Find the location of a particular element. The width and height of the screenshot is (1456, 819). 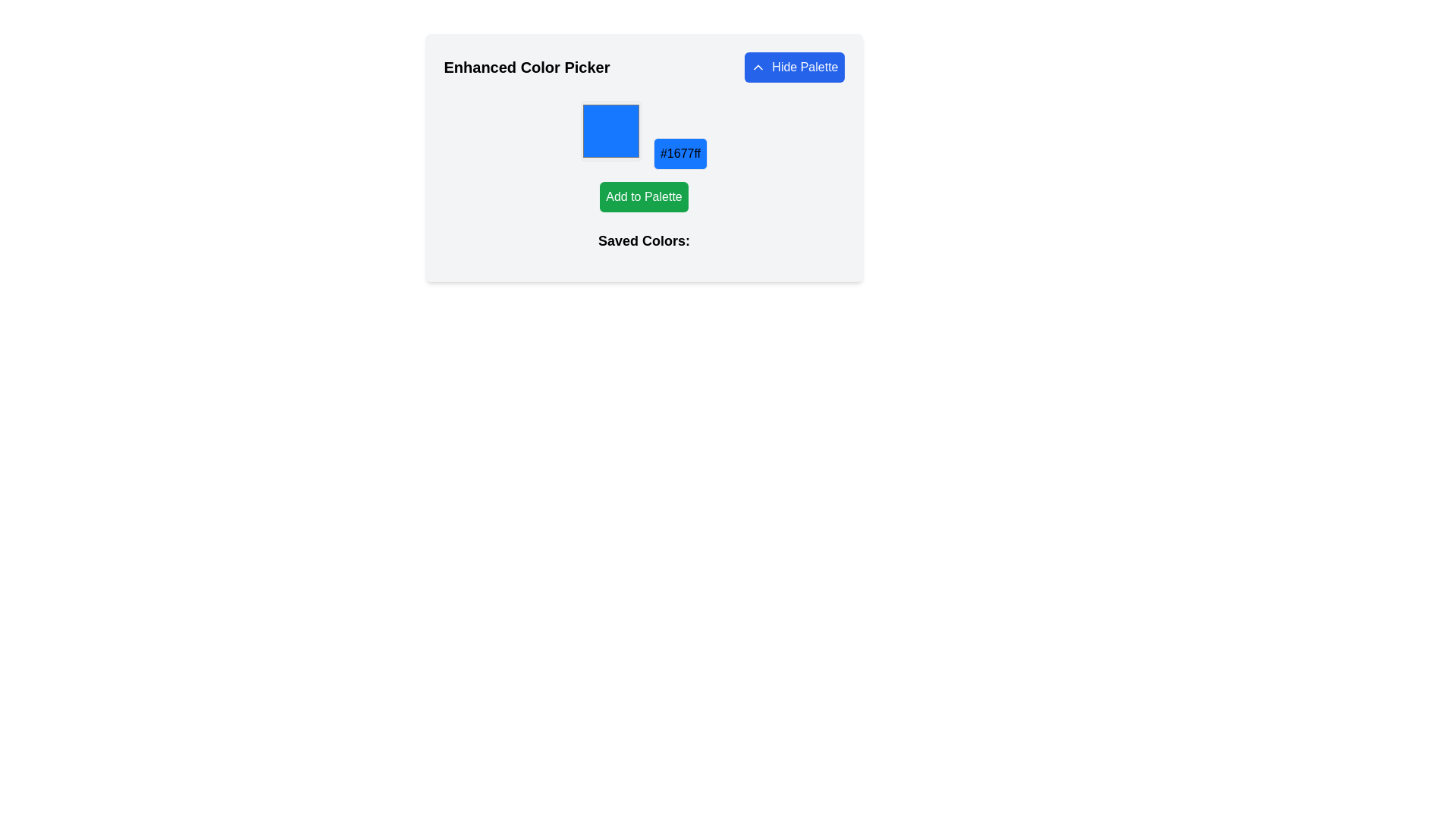

the Text Label that serves as a header for displaying saved colors, located beneath the 'Add to Palette' button is located at coordinates (644, 246).